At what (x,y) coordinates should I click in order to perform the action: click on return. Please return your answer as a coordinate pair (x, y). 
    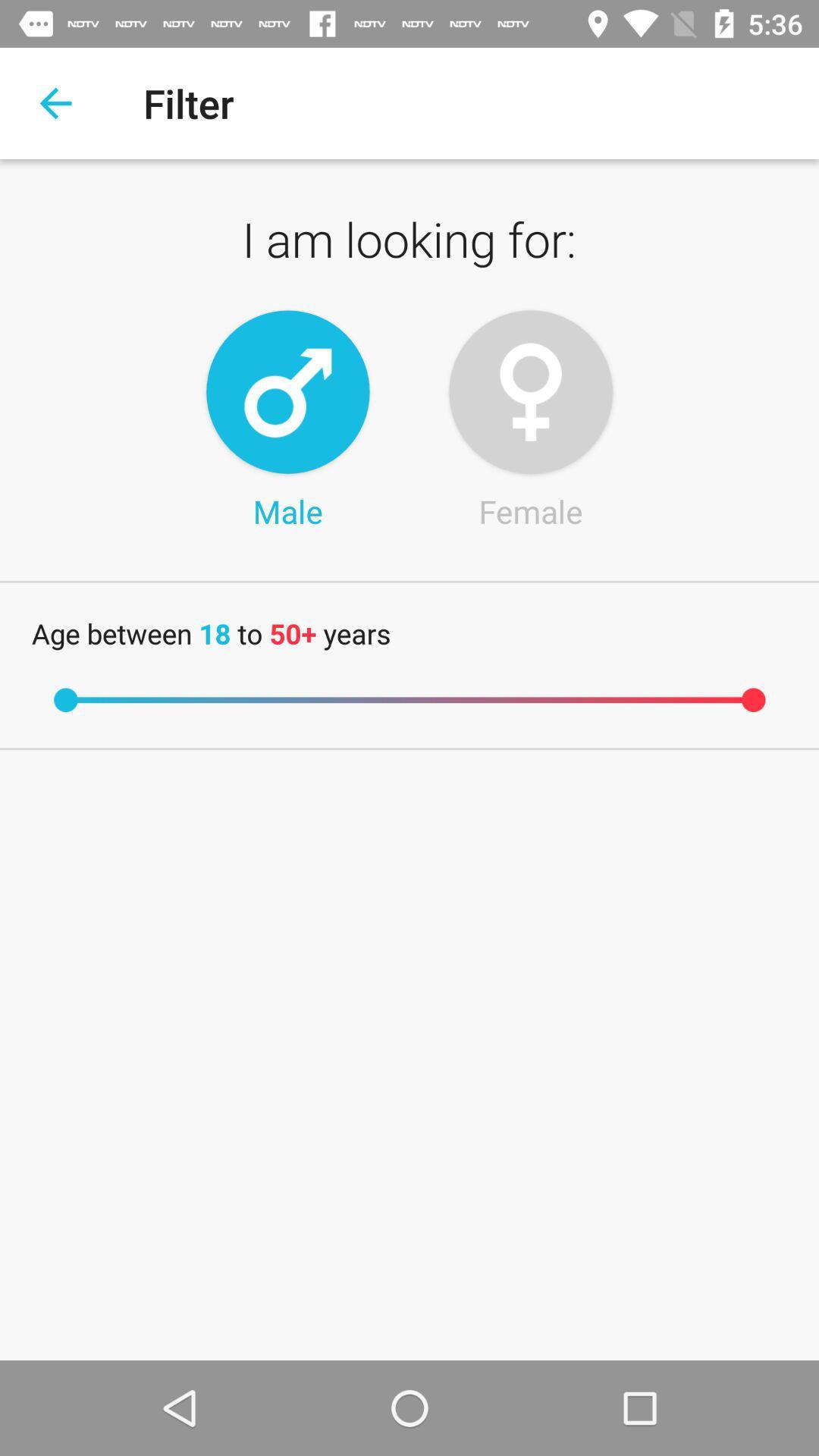
    Looking at the image, I should click on (55, 102).